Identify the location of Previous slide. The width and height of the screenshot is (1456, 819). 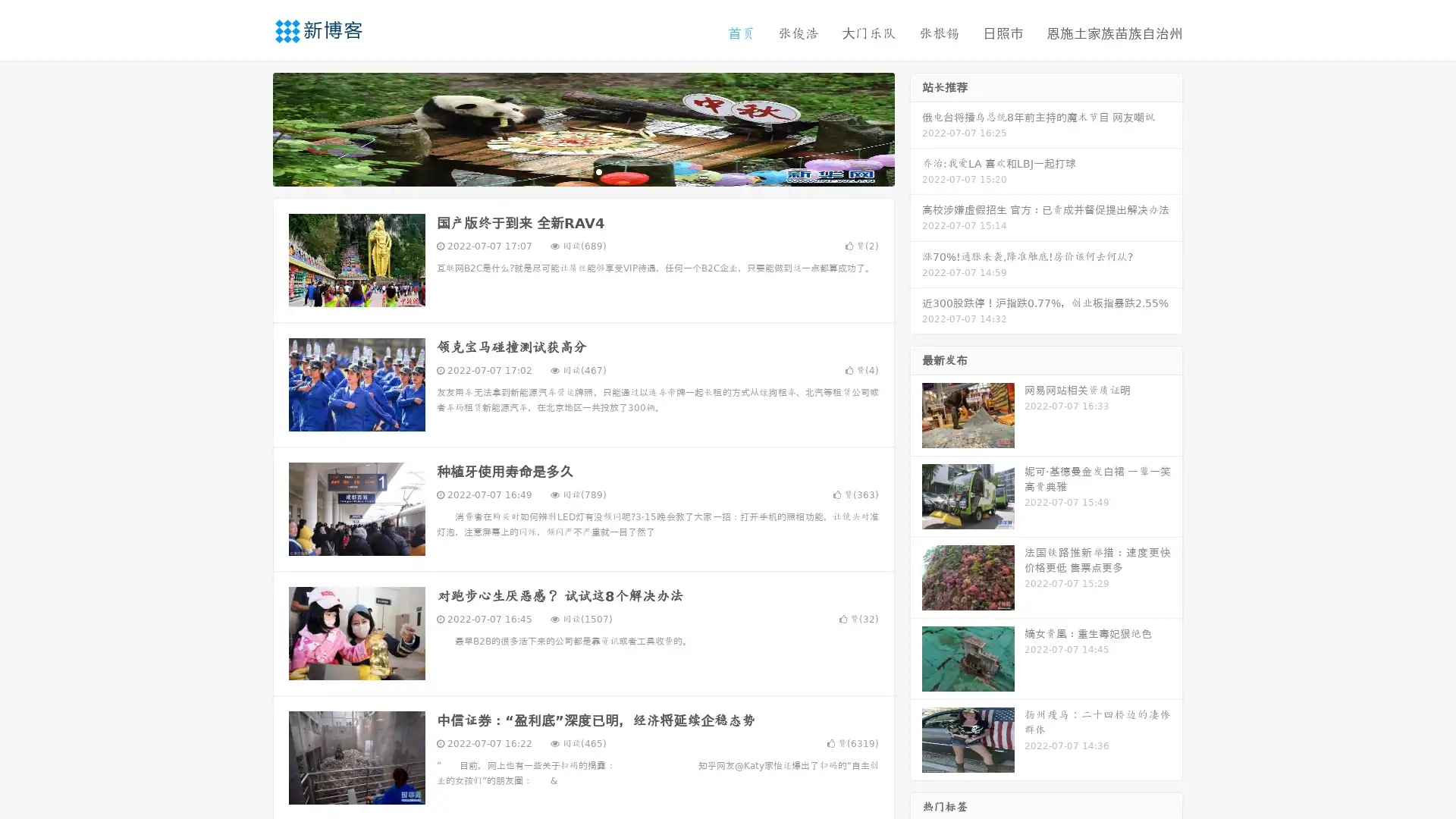
(250, 127).